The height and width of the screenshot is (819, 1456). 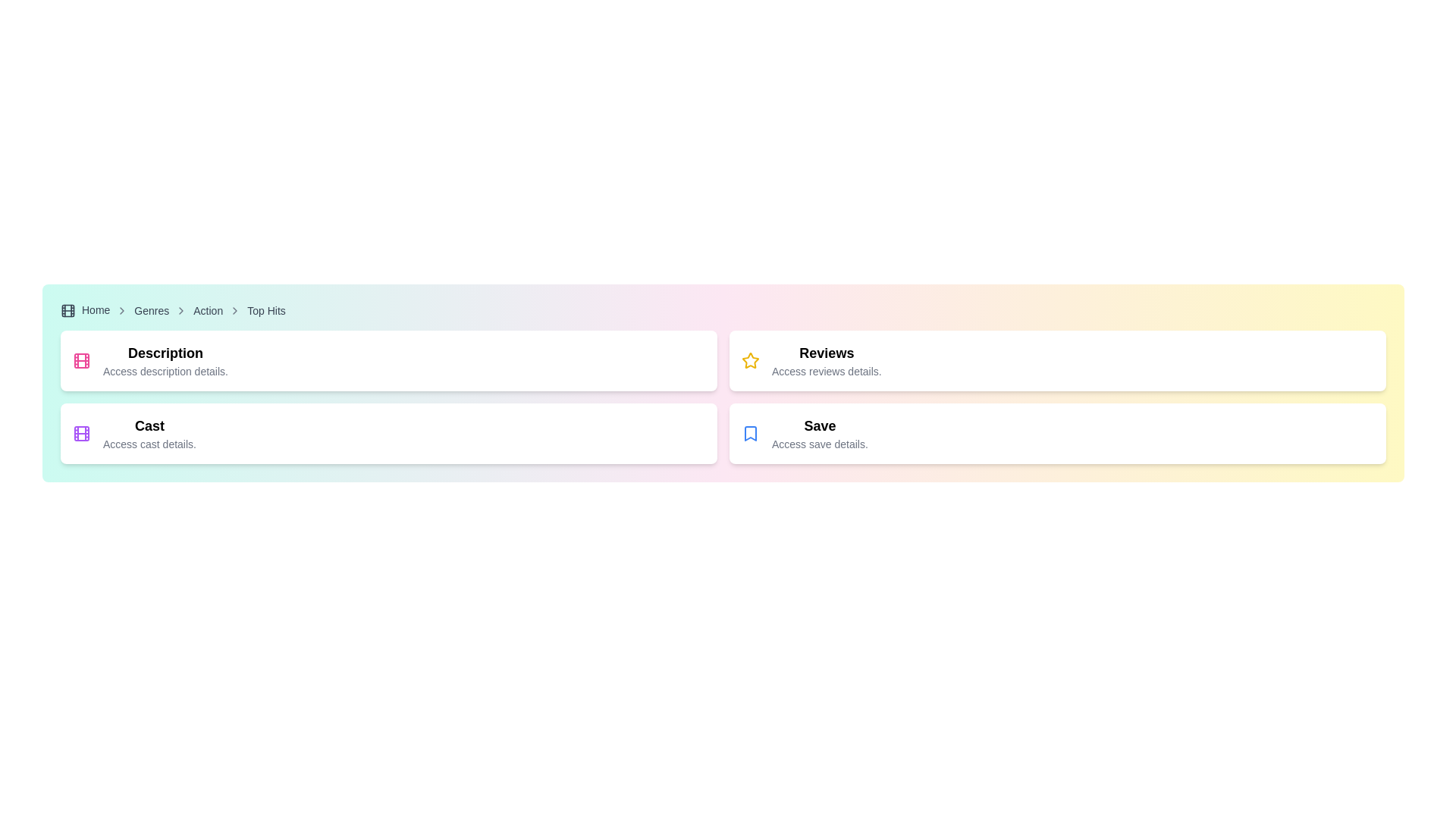 I want to click on the breadcrumb link labeled 'Action', so click(x=207, y=309).